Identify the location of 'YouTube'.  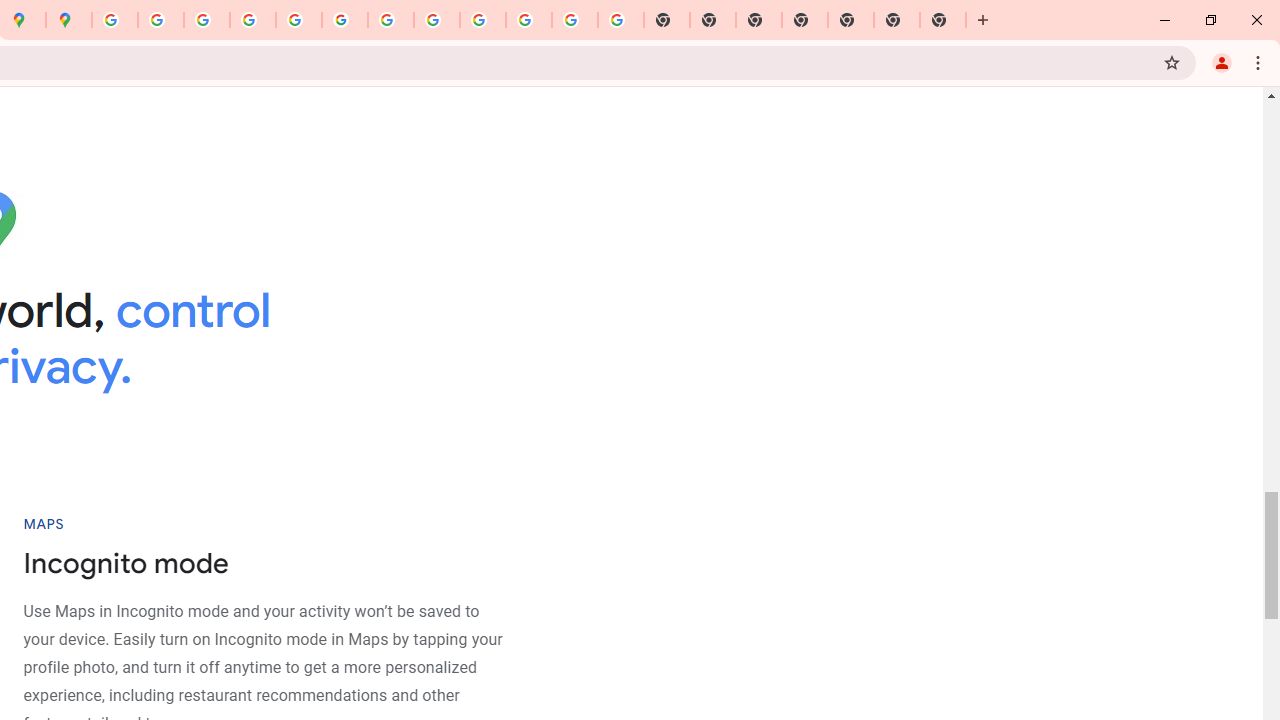
(390, 20).